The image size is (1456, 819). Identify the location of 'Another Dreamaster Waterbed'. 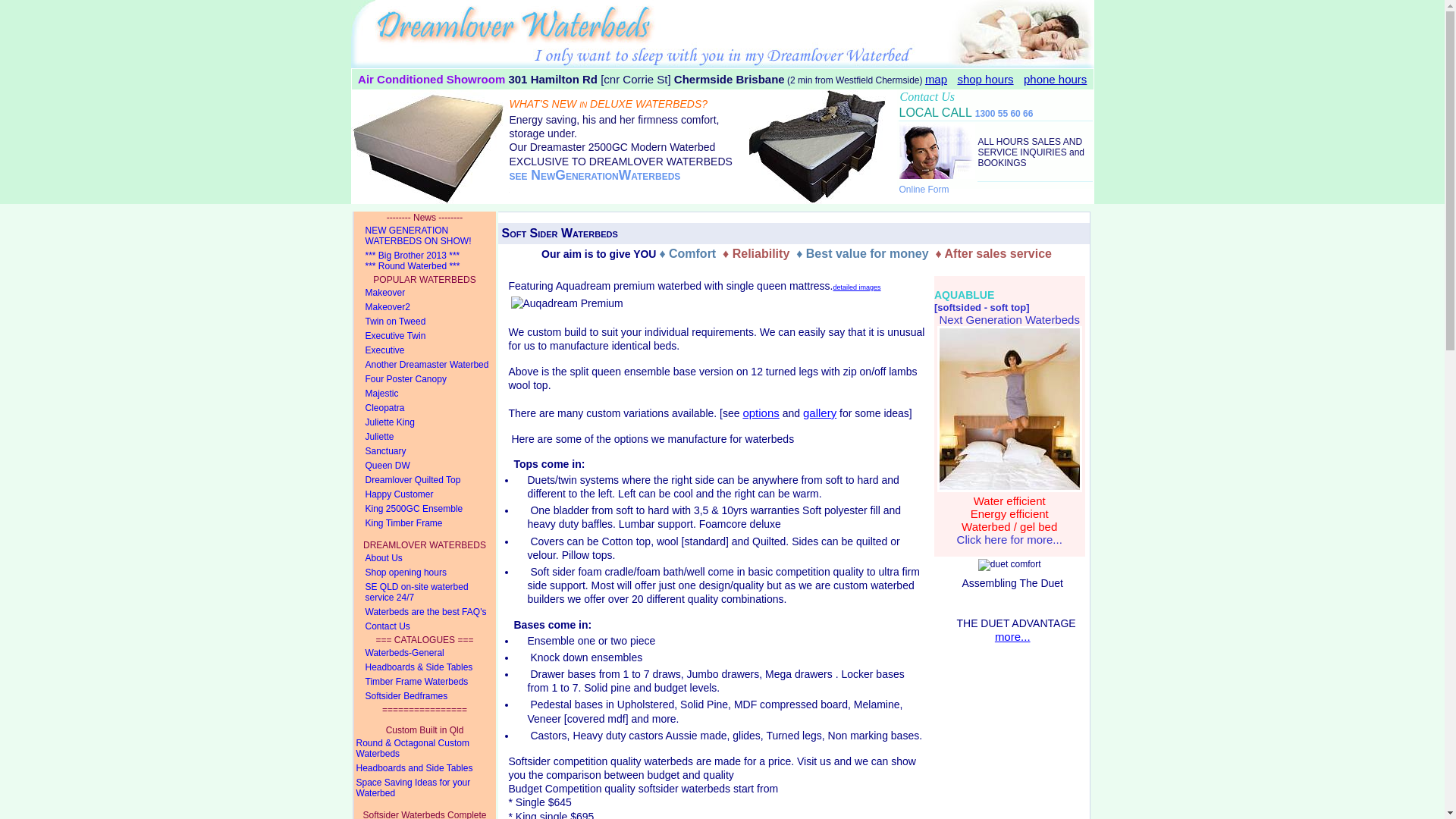
(352, 365).